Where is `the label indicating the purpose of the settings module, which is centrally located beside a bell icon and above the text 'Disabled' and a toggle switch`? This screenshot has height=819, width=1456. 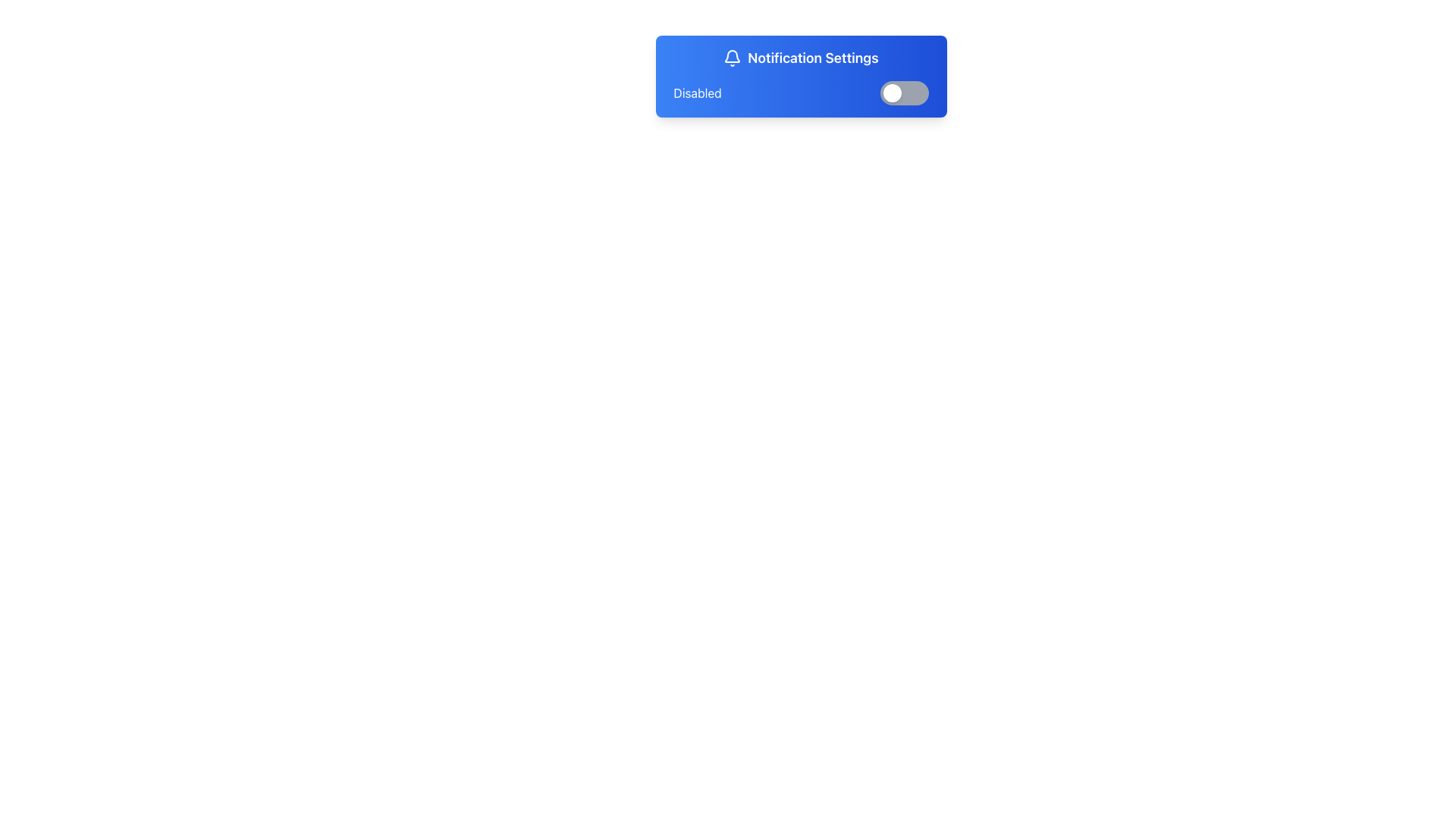 the label indicating the purpose of the settings module, which is centrally located beside a bell icon and above the text 'Disabled' and a toggle switch is located at coordinates (800, 58).